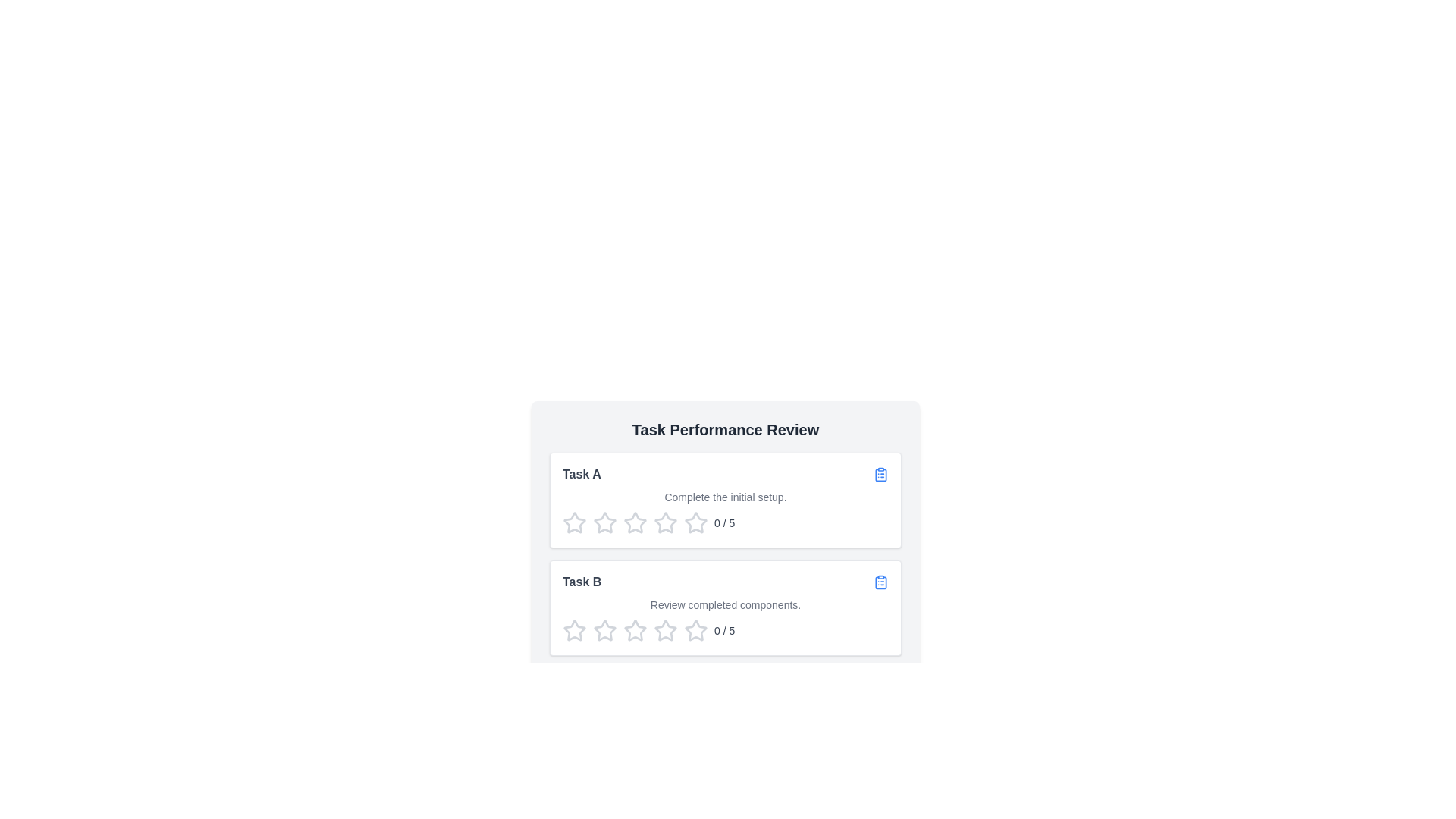  I want to click on current rating value displayed by the text label located to the right of the five star icons in the 'Task B: Review completed components' section, so click(724, 631).